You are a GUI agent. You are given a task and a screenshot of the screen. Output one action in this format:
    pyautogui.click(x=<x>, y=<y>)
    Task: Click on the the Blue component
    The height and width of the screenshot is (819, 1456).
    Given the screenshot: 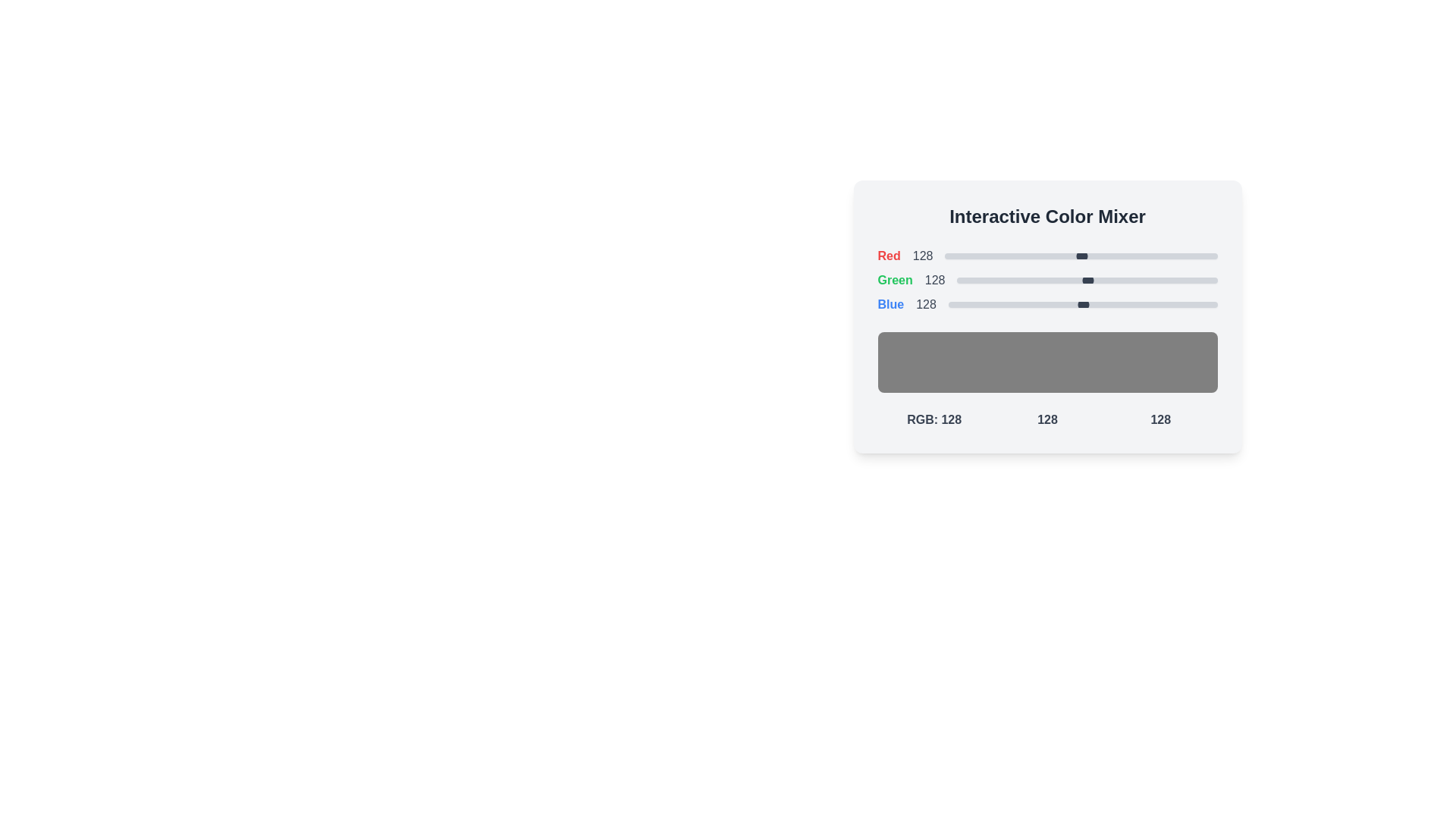 What is the action you would take?
    pyautogui.click(x=958, y=304)
    